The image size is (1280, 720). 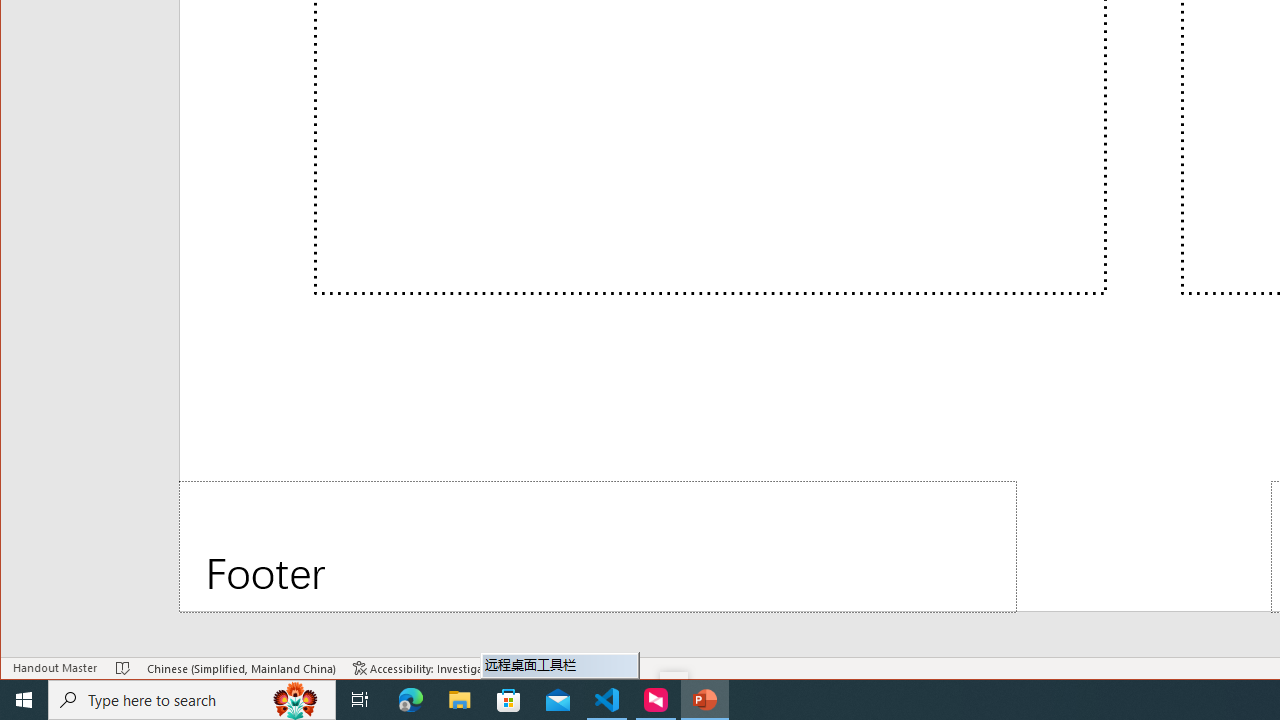 What do you see at coordinates (459, 698) in the screenshot?
I see `'File Explorer'` at bounding box center [459, 698].